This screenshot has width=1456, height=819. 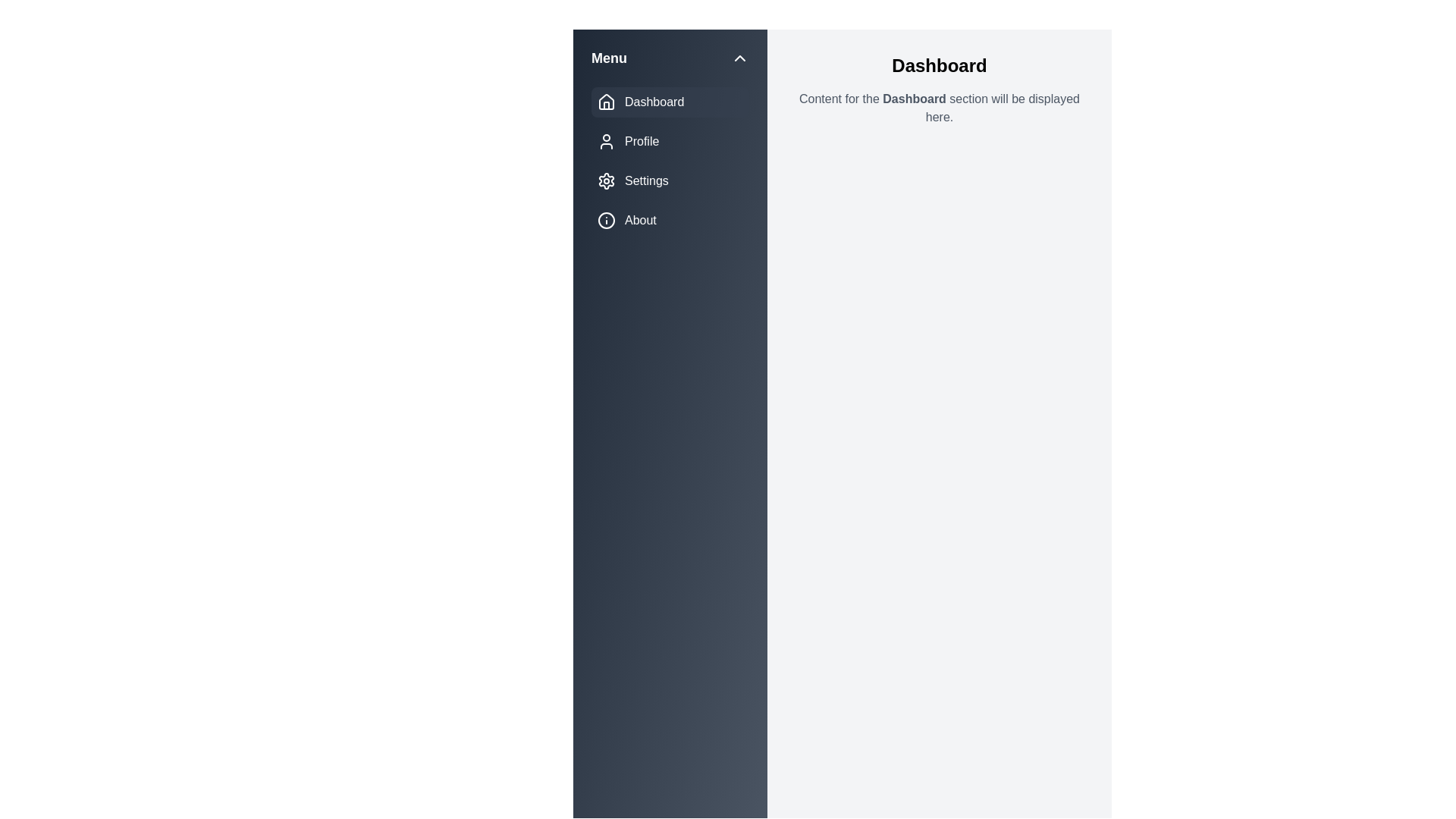 I want to click on the 'Dashboard' icon located at the top of the sidebar menu, so click(x=607, y=102).